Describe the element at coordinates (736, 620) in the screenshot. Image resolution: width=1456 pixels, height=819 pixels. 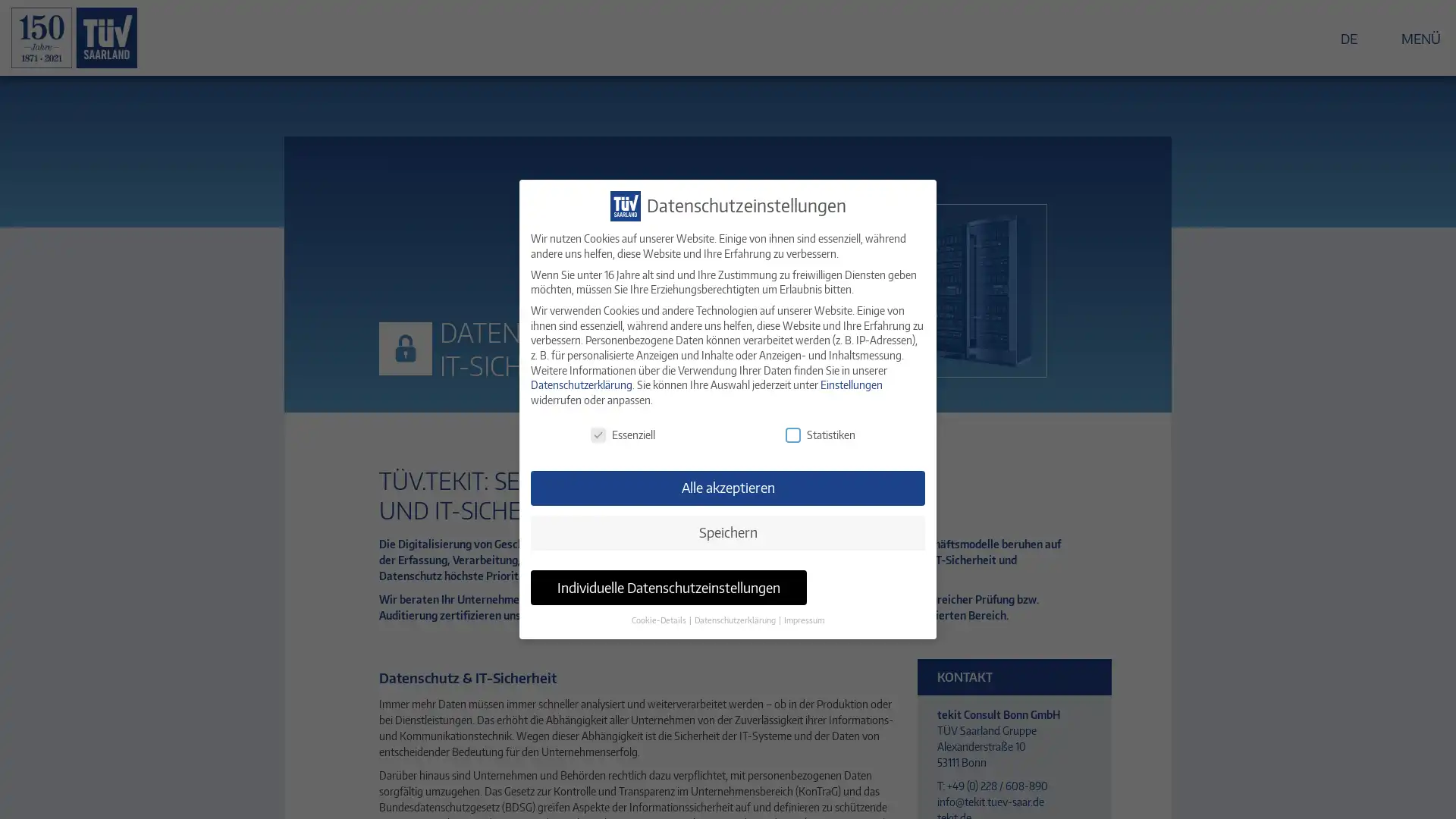
I see `Datenschutzerklarung` at that location.